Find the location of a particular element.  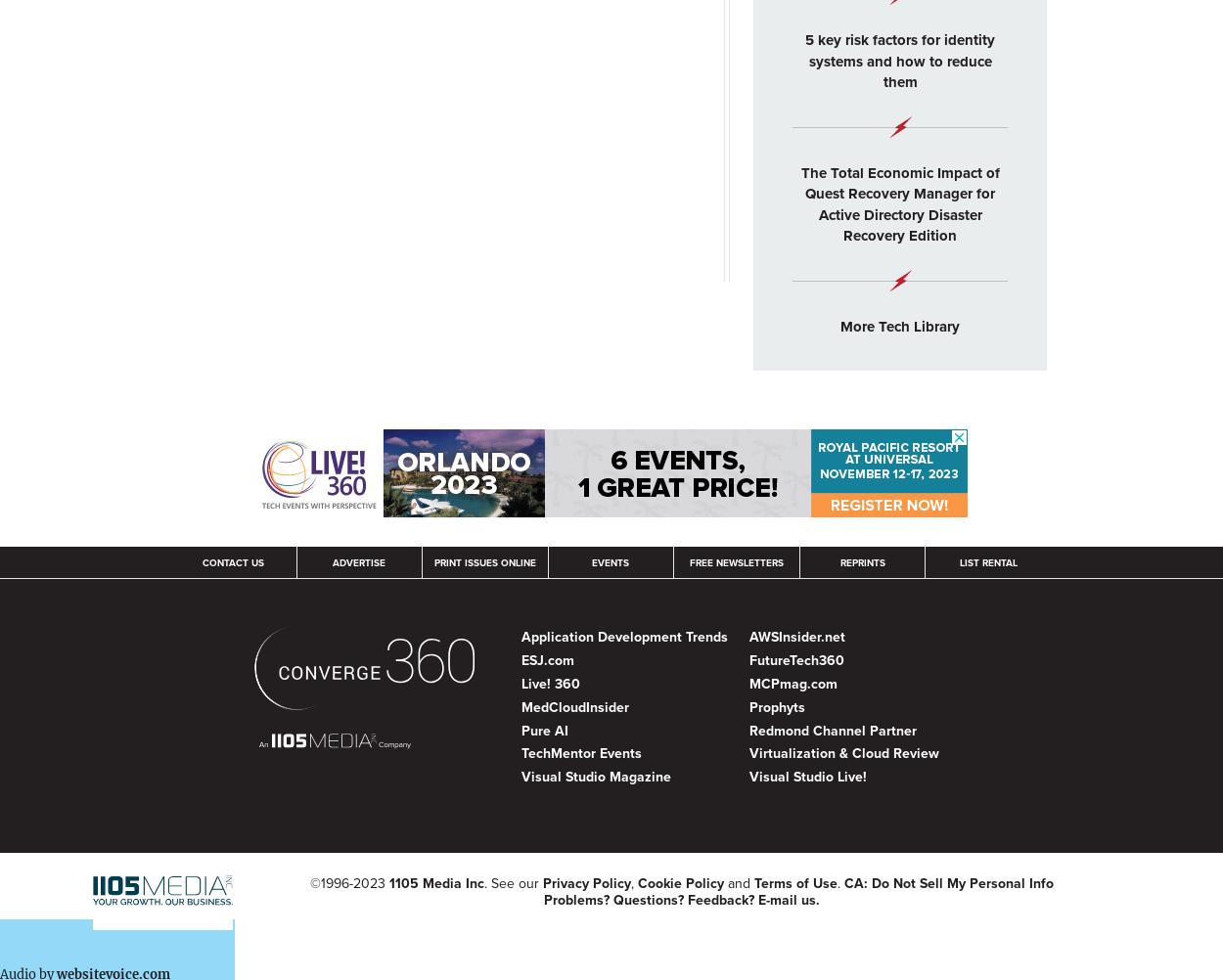

'5 key risk factors for identity systems and how to reduce them' is located at coordinates (900, 61).